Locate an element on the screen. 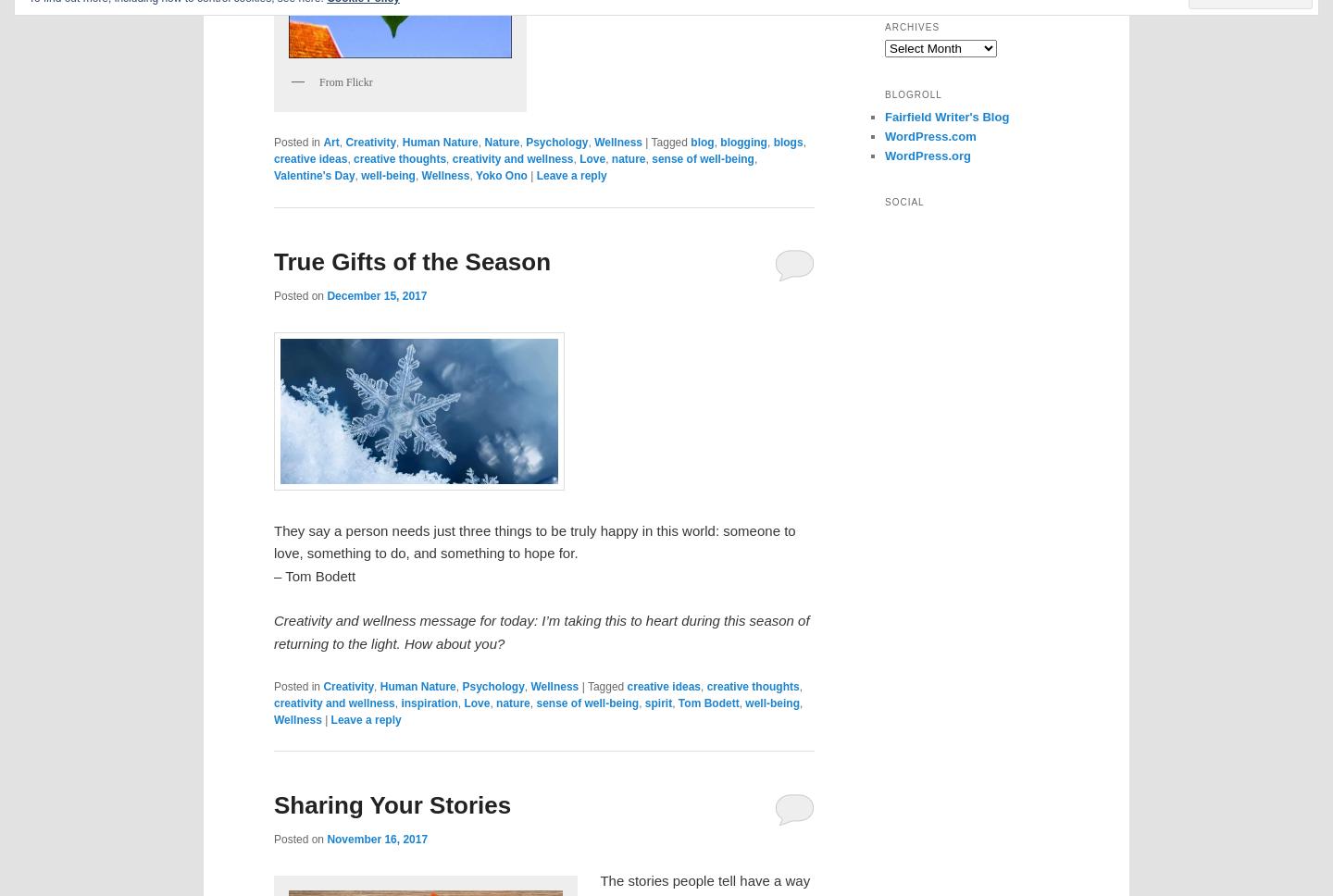 Image resolution: width=1333 pixels, height=896 pixels. 'blogging' is located at coordinates (742, 142).